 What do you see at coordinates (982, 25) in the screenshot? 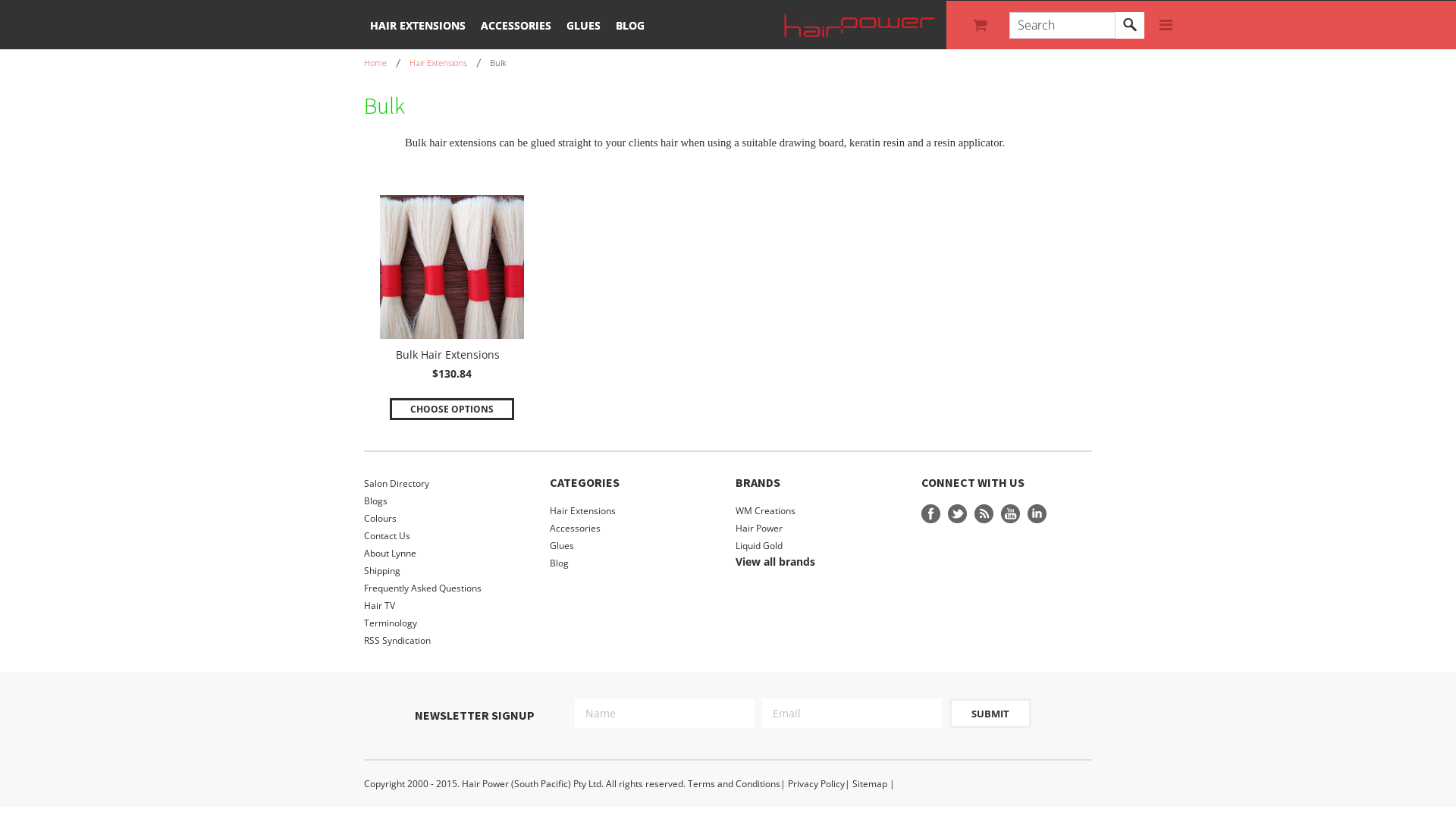
I see `'View Cart'` at bounding box center [982, 25].